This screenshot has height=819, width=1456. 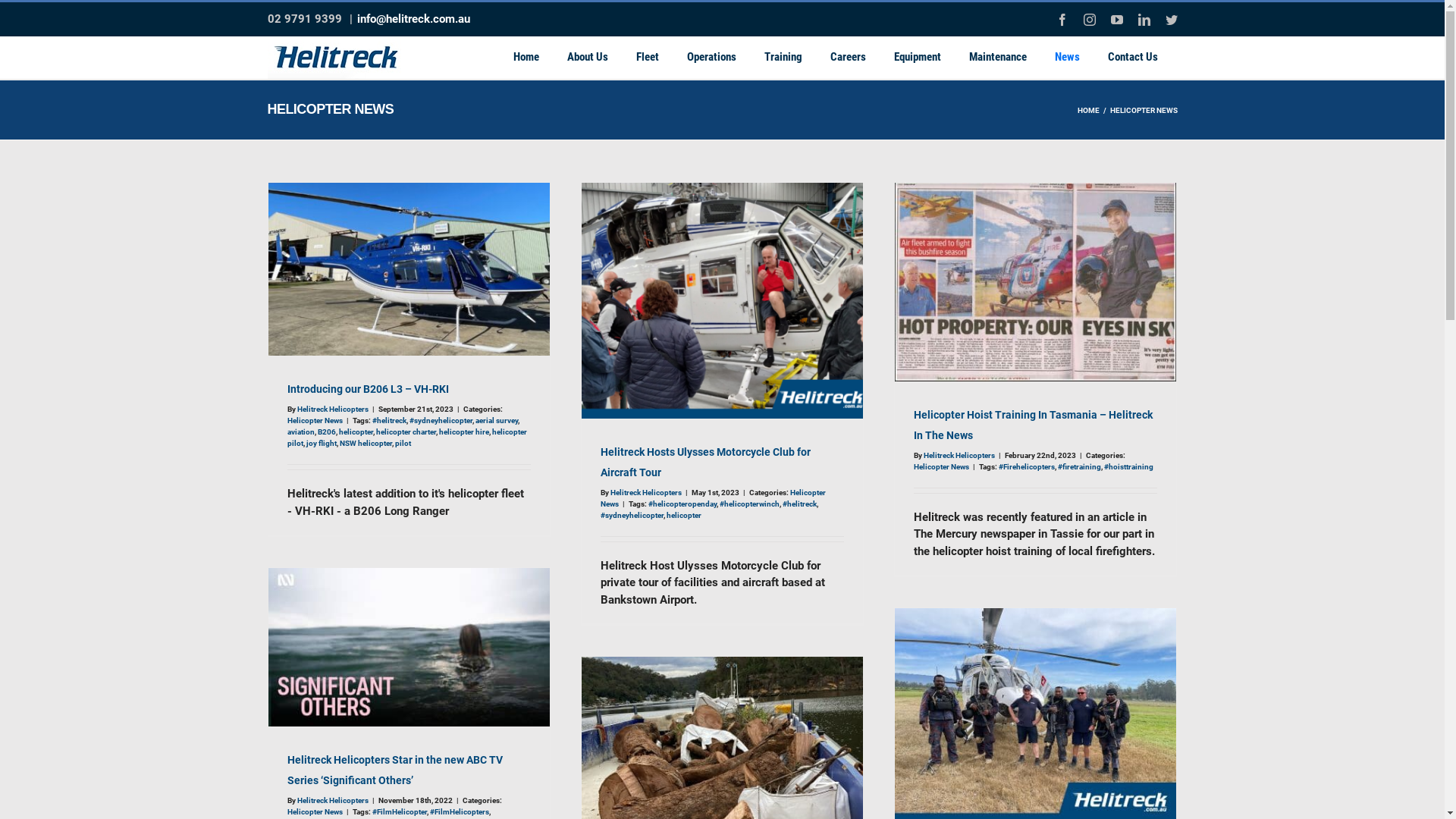 I want to click on 'HOME', so click(x=1087, y=109).